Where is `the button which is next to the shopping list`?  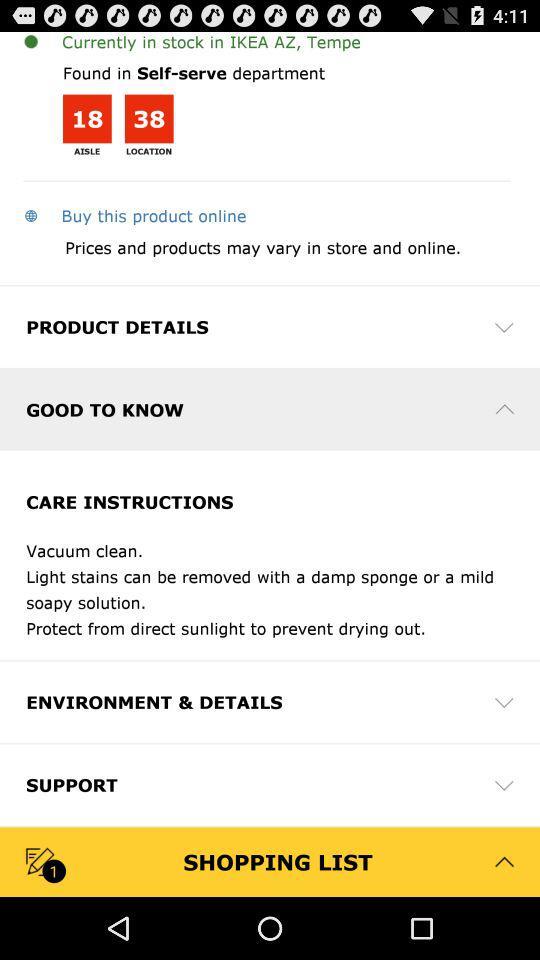 the button which is next to the shopping list is located at coordinates (503, 860).